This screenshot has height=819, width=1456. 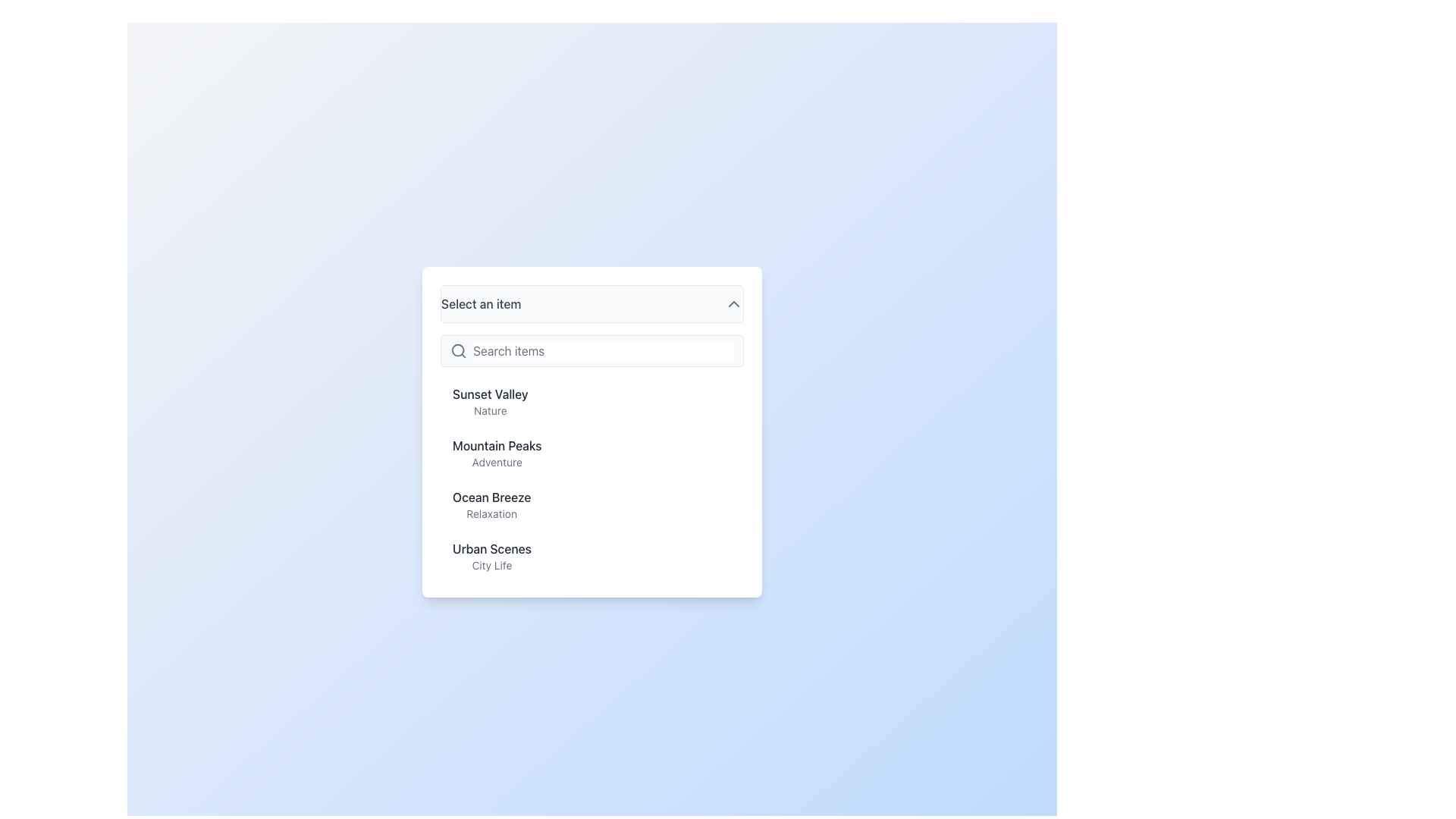 I want to click on the title 'Ocean Breeze' in the dropdown menu, which is a non-interactive text element serving as the main title above the subtitle 'Relaxation', so click(x=491, y=497).